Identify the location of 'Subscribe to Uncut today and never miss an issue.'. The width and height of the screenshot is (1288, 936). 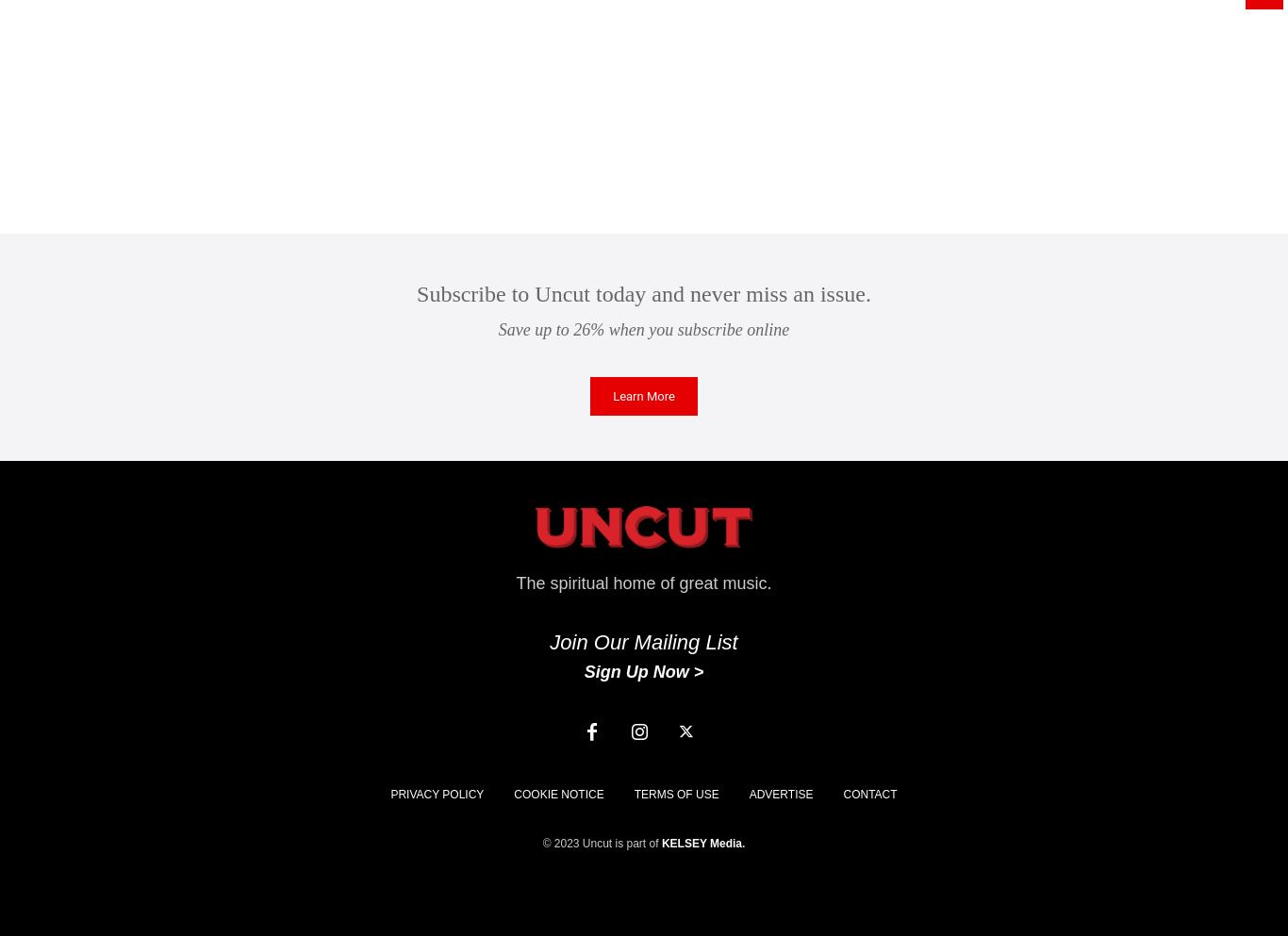
(642, 293).